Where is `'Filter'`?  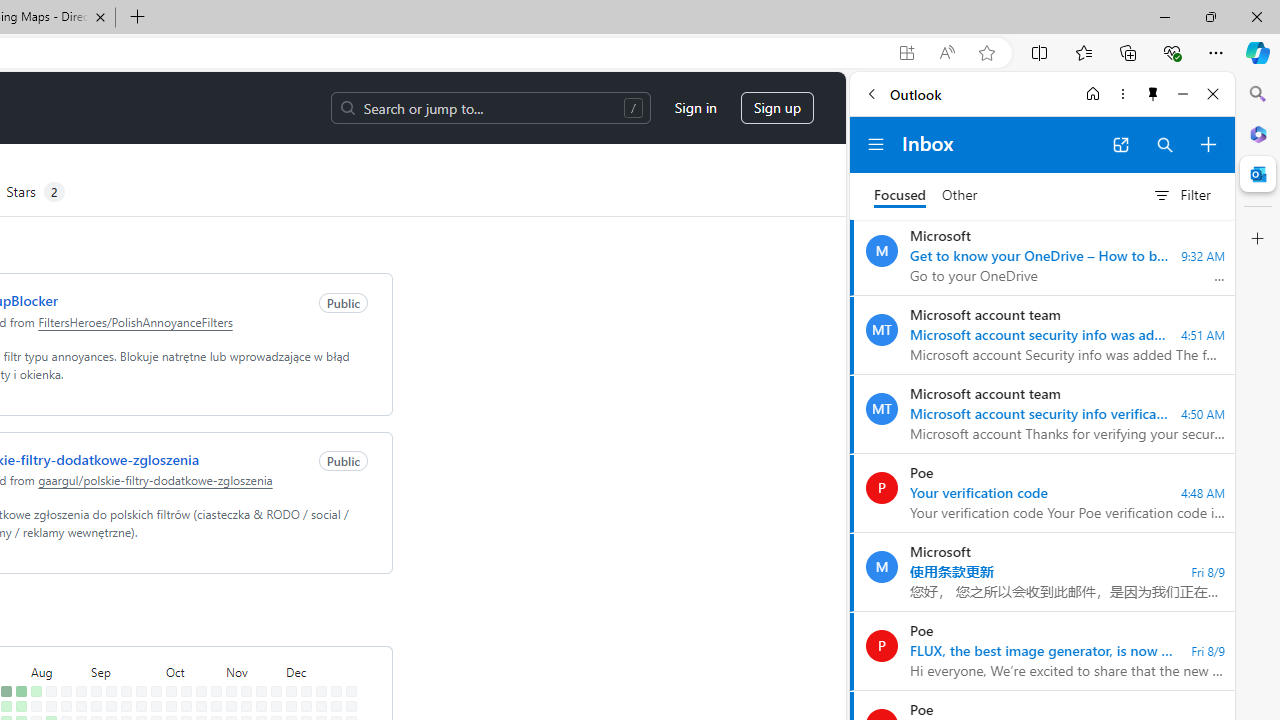
'Filter' is located at coordinates (1181, 195).